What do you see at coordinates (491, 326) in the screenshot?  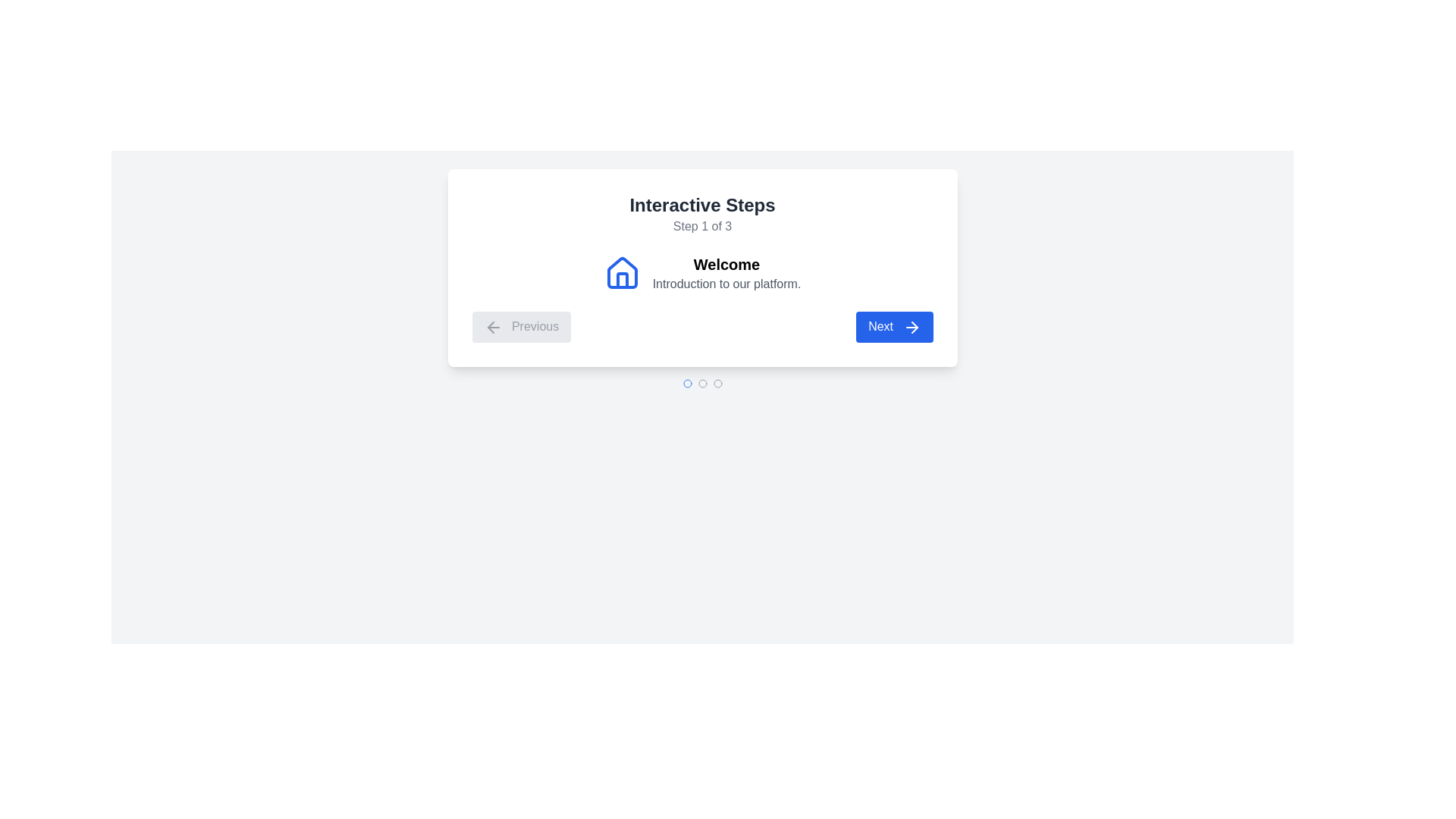 I see `the 'Previous' button located at the bottom left corner of the interactive card` at bounding box center [491, 326].